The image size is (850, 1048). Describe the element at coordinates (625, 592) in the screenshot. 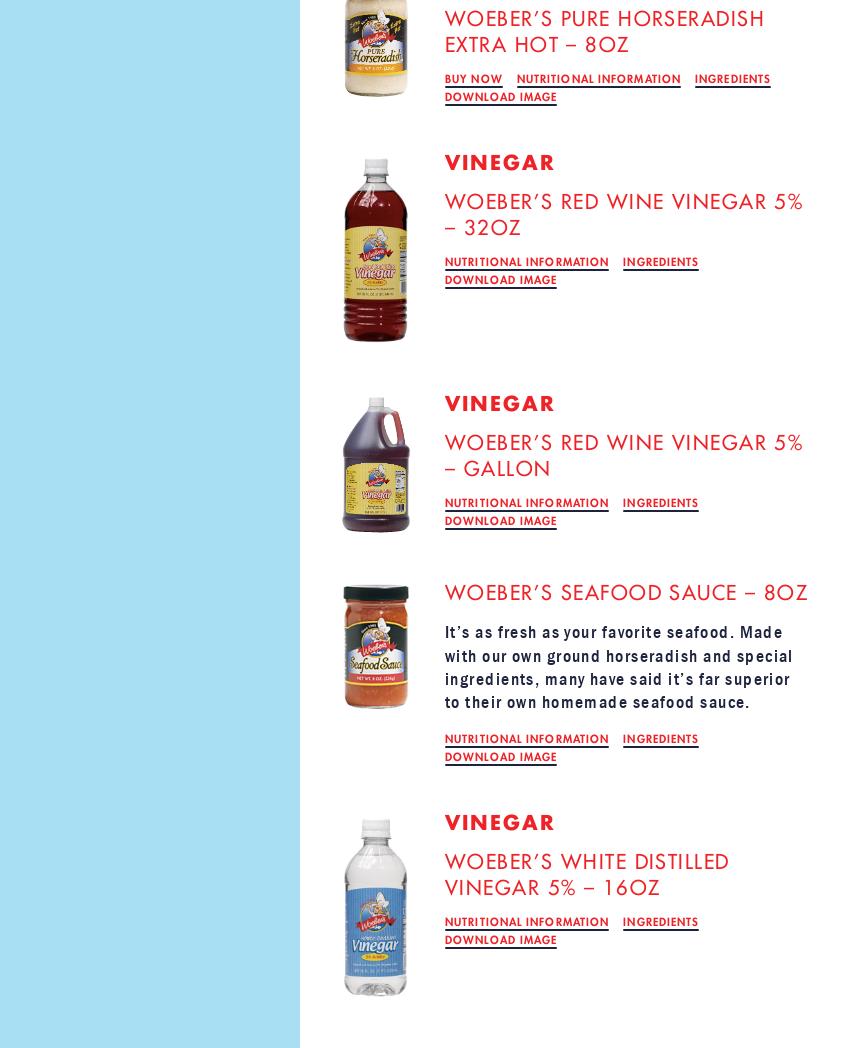

I see `'Woeber’s SEAFOOD SAUCE – 8OZ'` at that location.